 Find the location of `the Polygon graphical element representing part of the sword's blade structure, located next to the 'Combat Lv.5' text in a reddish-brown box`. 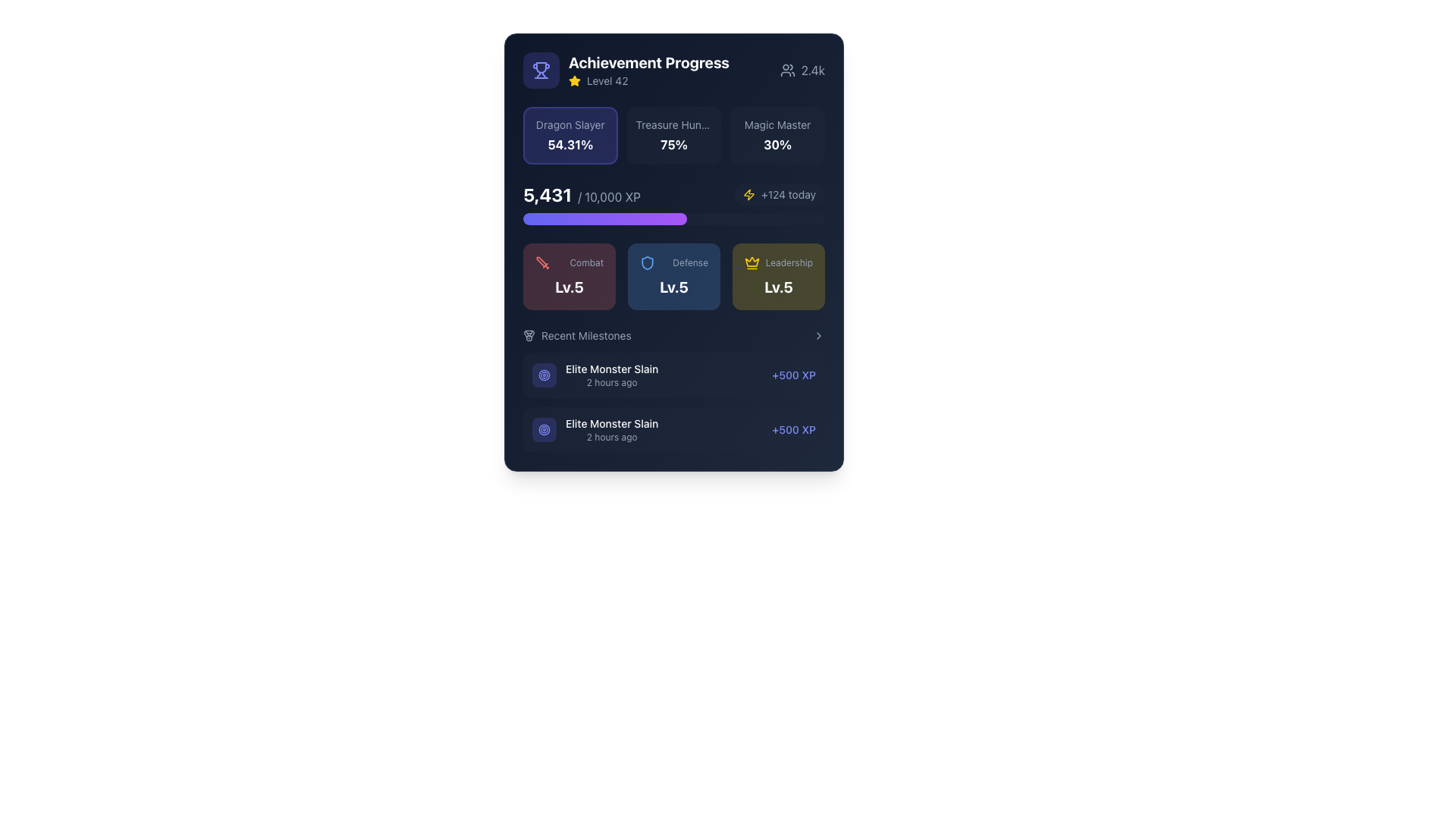

the Polygon graphical element representing part of the sword's blade structure, located next to the 'Combat Lv.5' text in a reddish-brown box is located at coordinates (541, 261).